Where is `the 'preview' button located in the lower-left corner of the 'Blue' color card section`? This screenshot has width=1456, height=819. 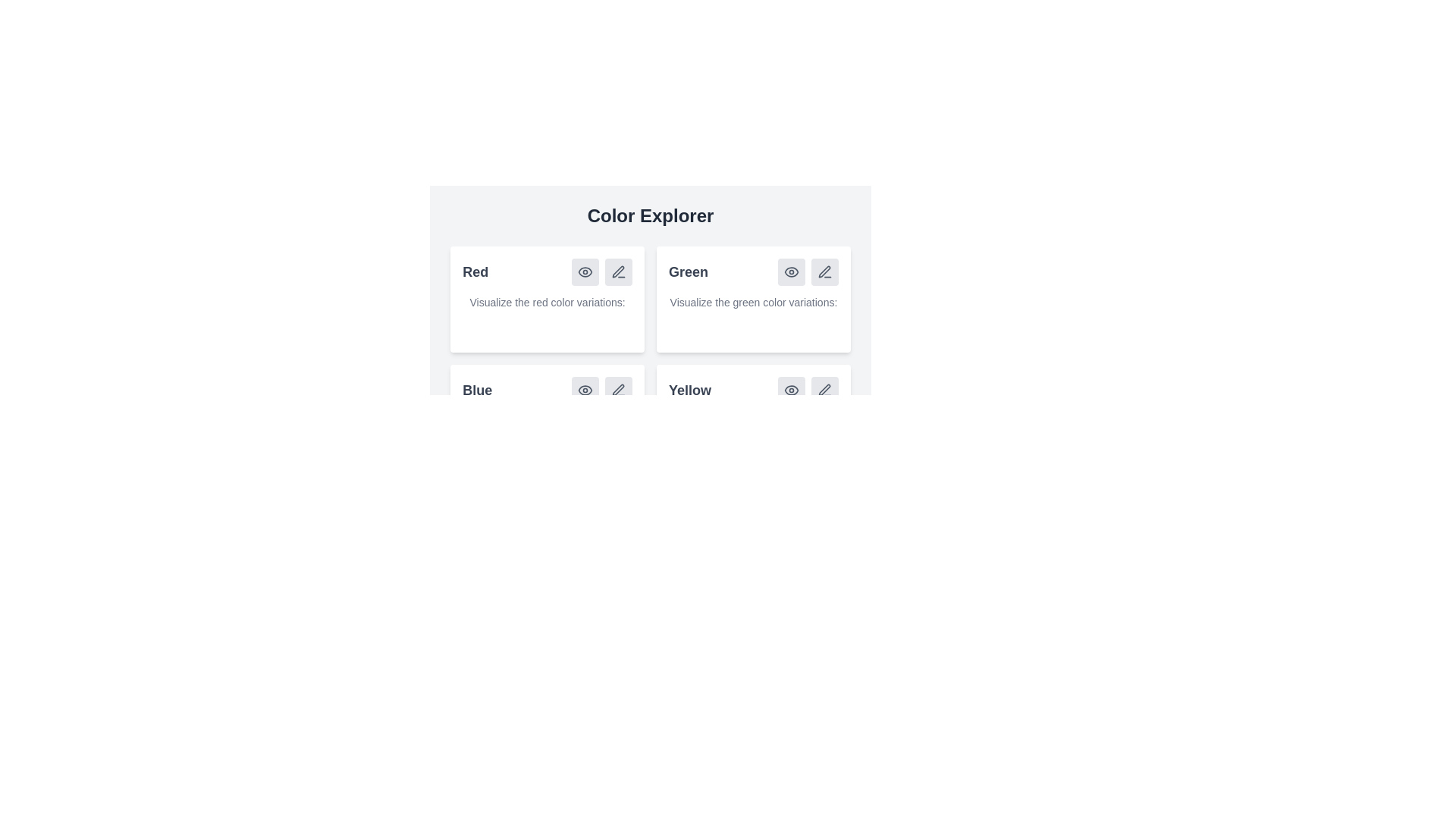 the 'preview' button located in the lower-left corner of the 'Blue' color card section is located at coordinates (585, 390).